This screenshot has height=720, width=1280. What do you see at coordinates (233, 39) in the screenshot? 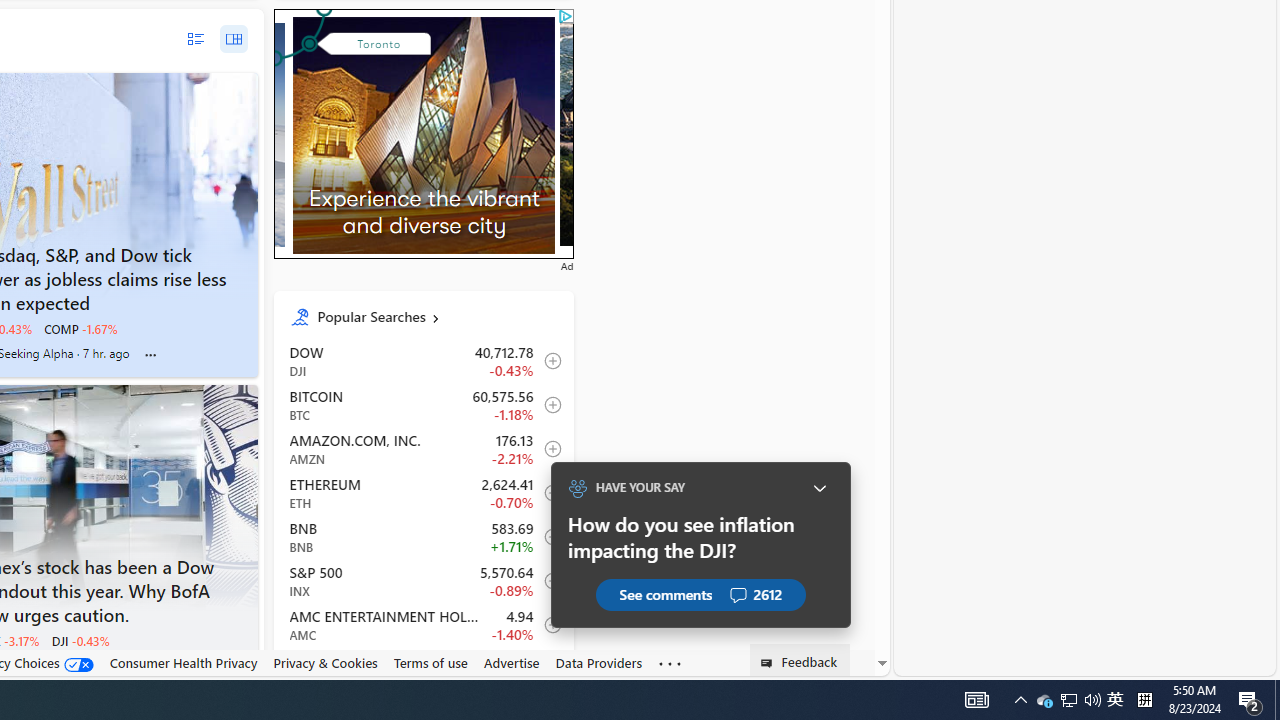
I see `'grid layout'` at bounding box center [233, 39].